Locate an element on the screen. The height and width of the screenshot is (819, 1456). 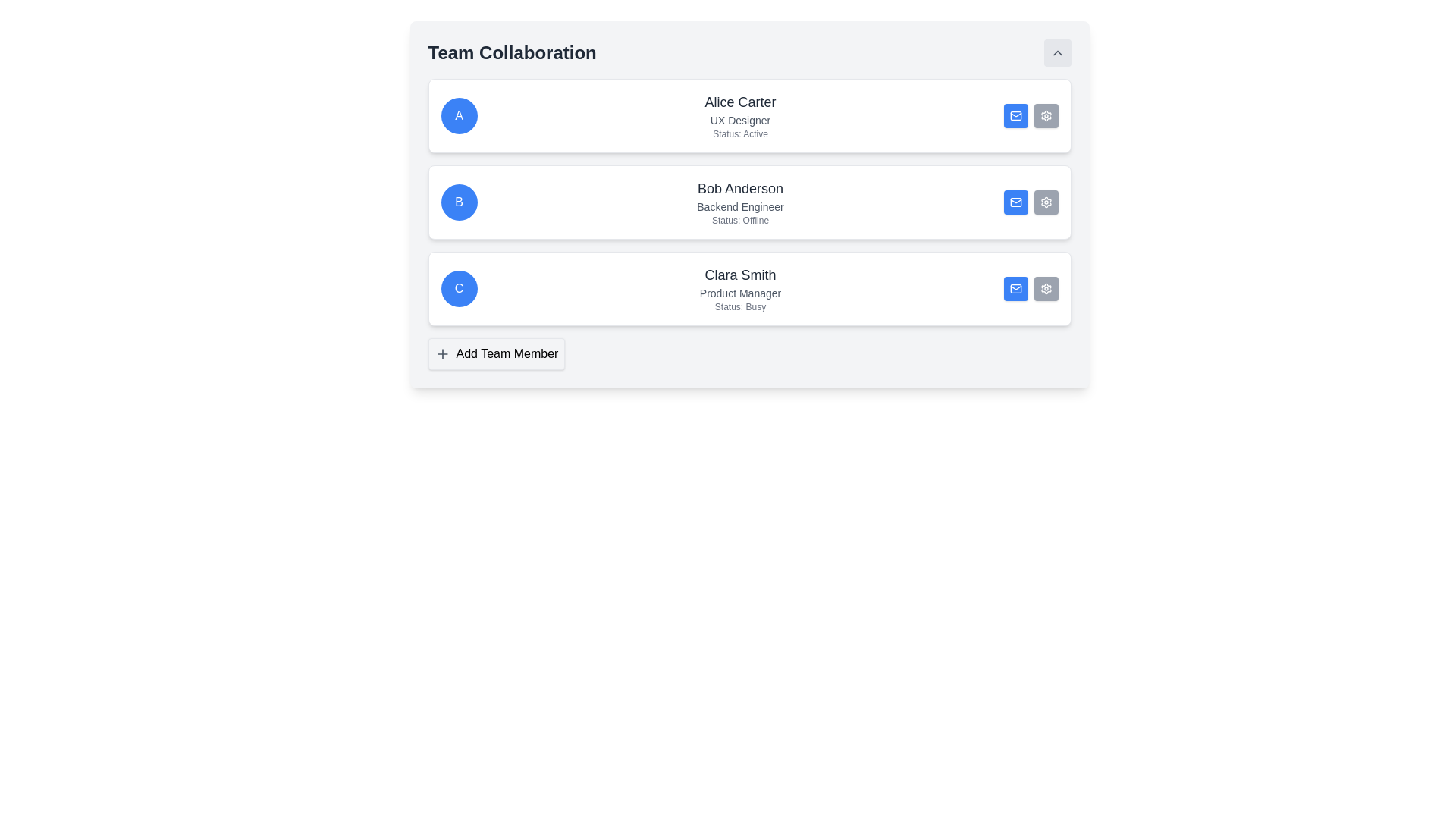
the button associated with 'Alice Carter' in the 'Team Collaboration' section is located at coordinates (1015, 115).